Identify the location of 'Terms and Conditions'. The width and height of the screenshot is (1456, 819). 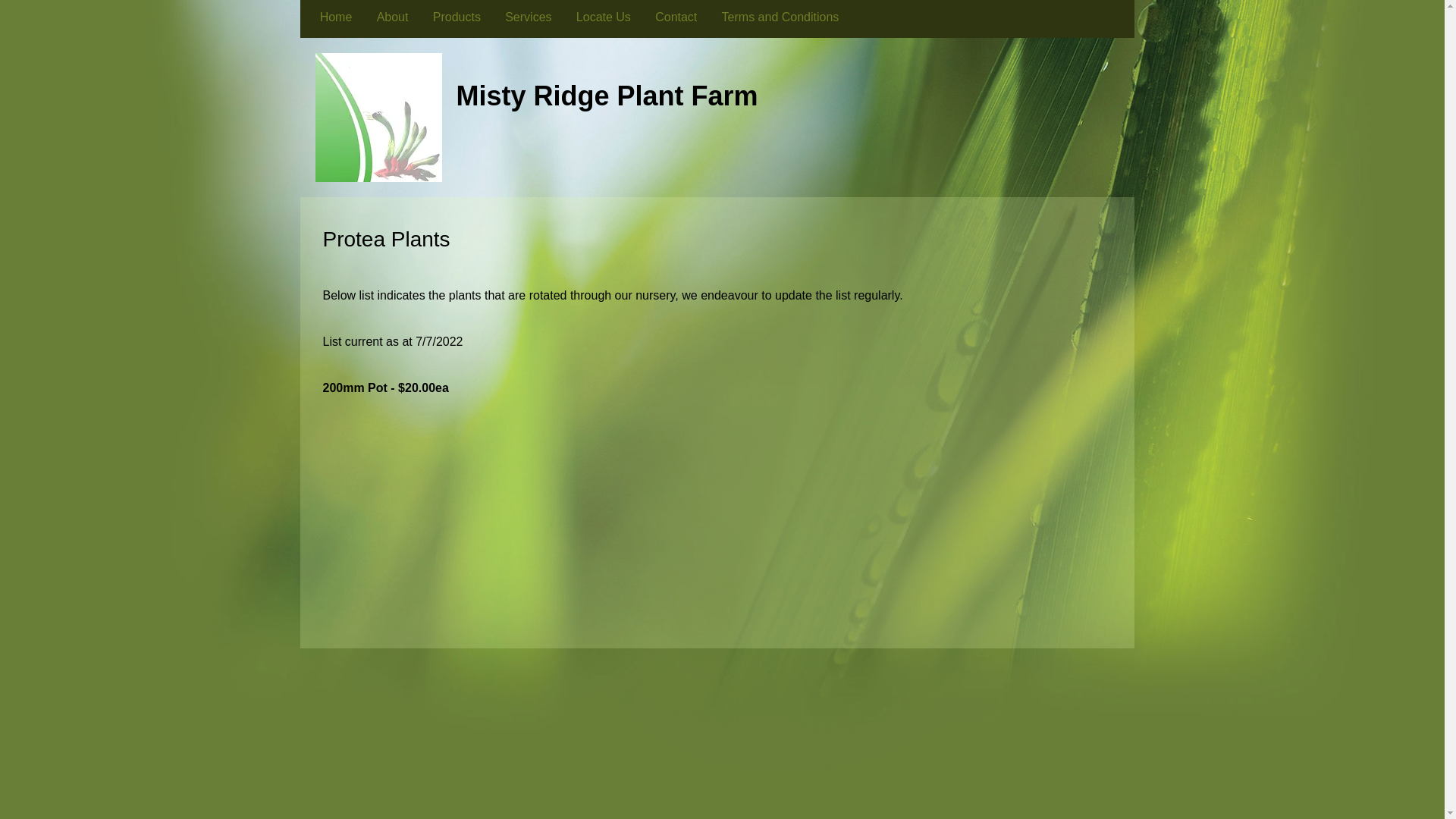
(780, 17).